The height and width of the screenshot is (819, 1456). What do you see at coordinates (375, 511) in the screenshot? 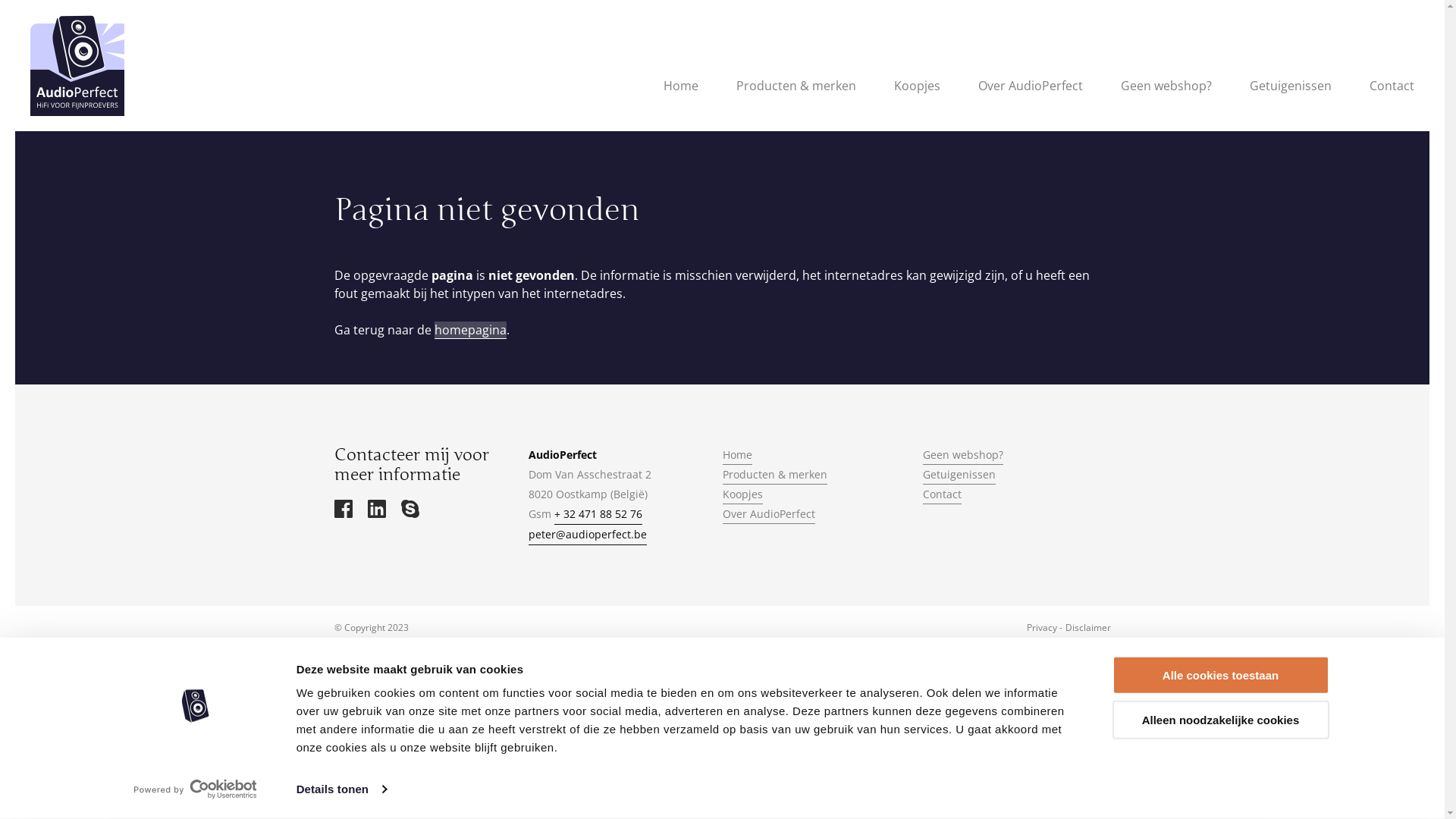
I see `'via LinkedIn'` at bounding box center [375, 511].